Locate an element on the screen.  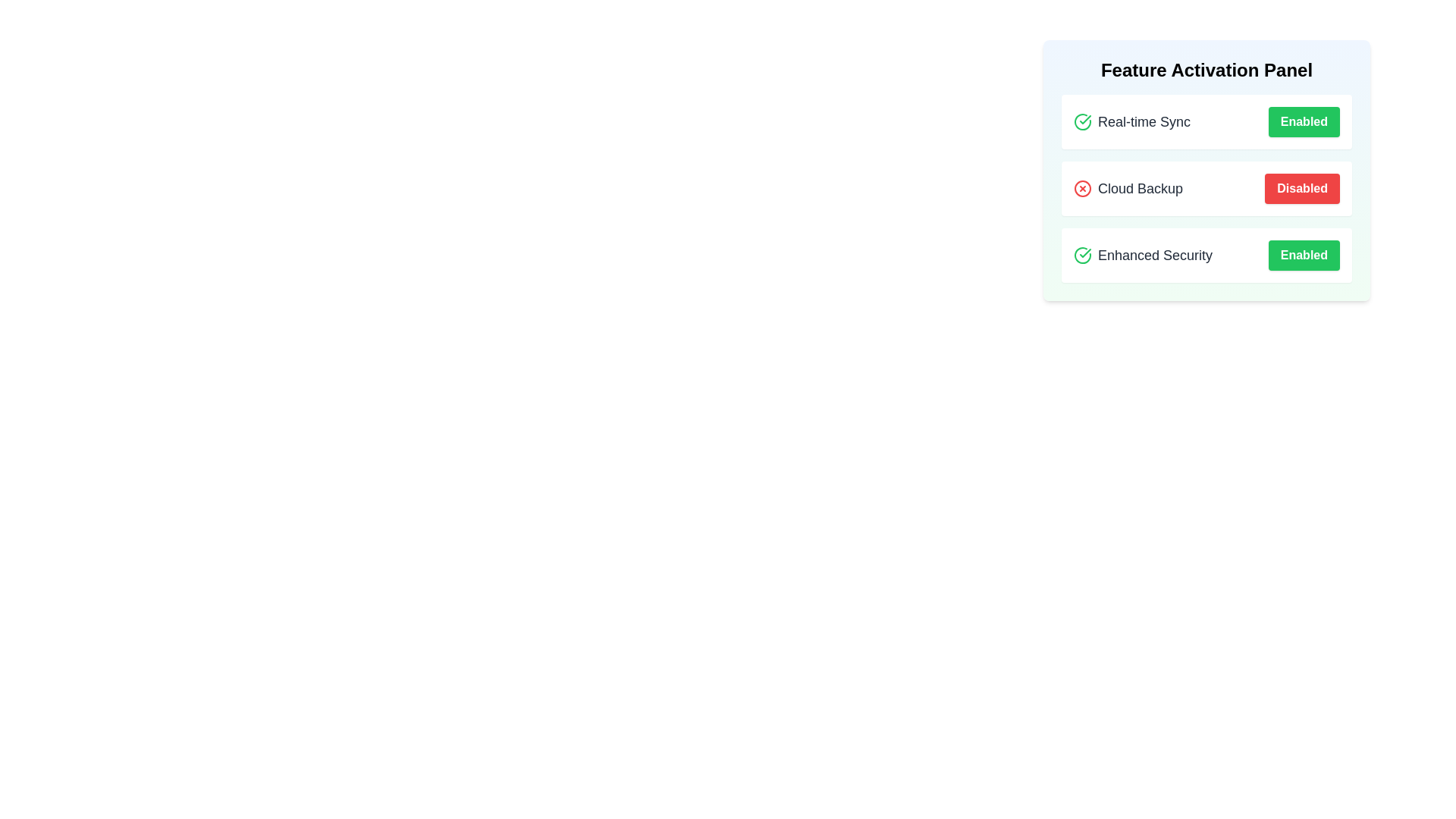
the 'Disabled' button next to 'Cloud Backup' to toggle its state is located at coordinates (1301, 188).